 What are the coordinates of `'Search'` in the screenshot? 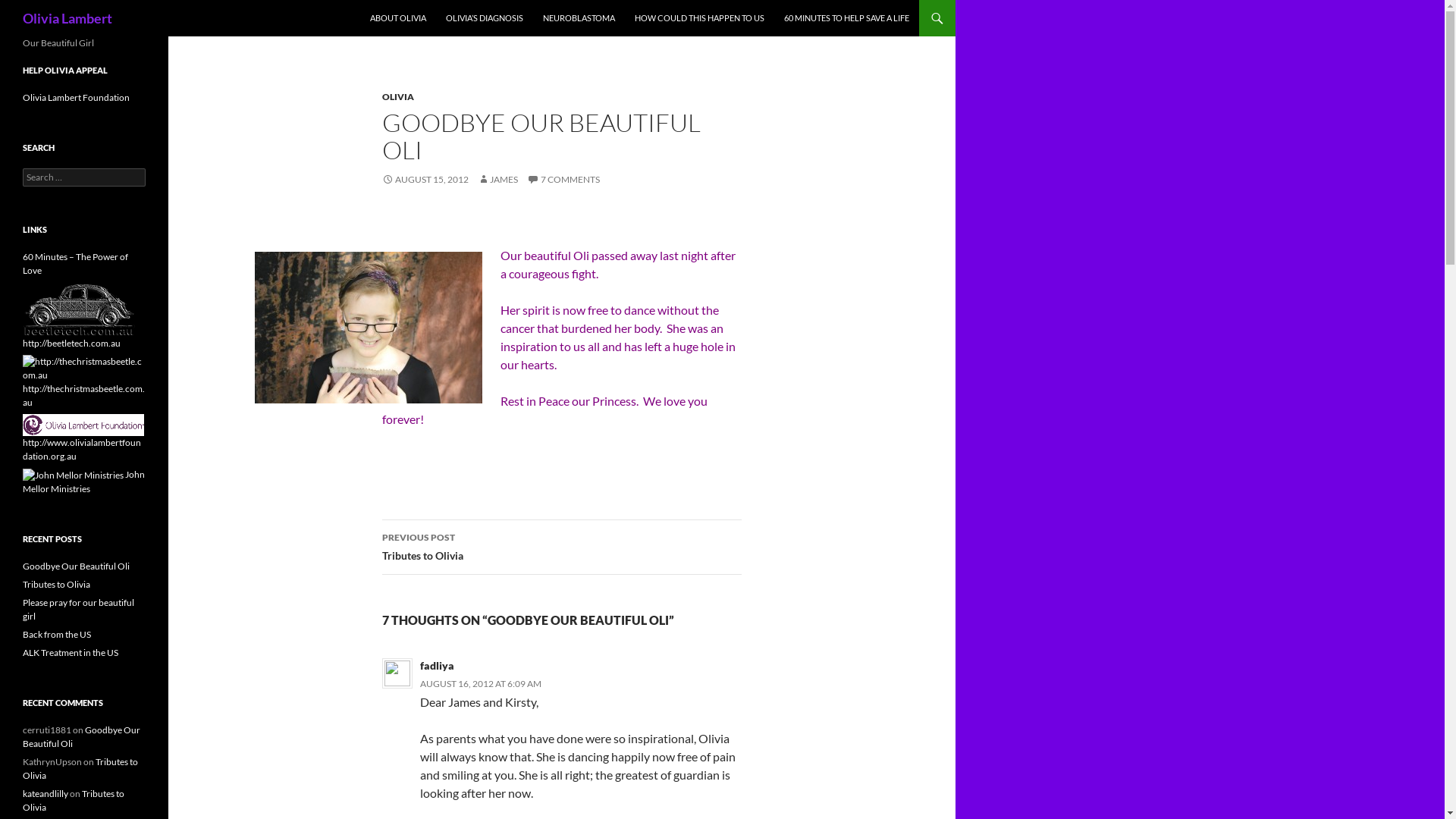 It's located at (29, 8).